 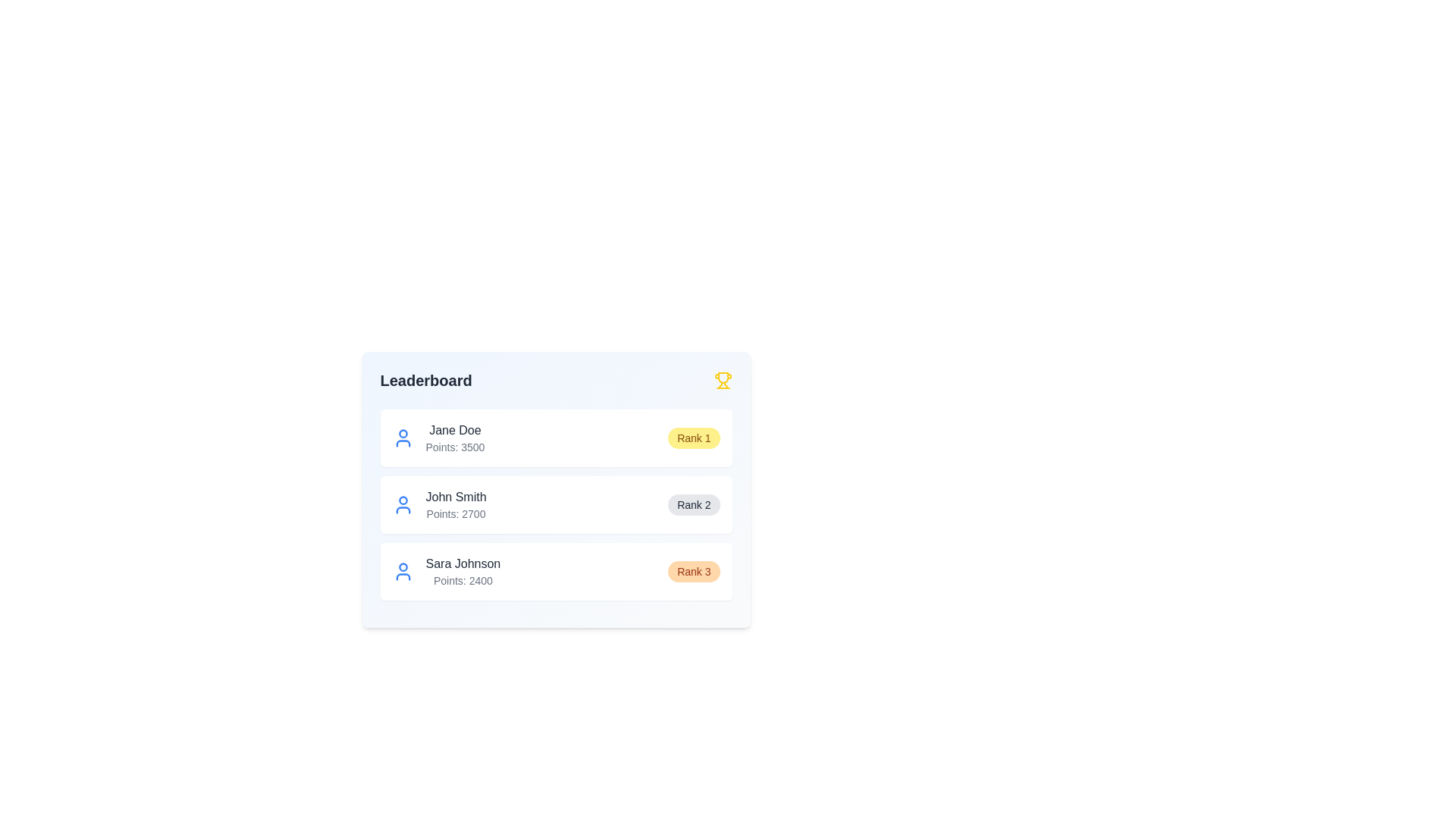 I want to click on text element displaying the name 'John Smith' located in the second entry of the leaderboard, positioned between the user icon and the 'Points: 2700' text, so click(x=455, y=497).